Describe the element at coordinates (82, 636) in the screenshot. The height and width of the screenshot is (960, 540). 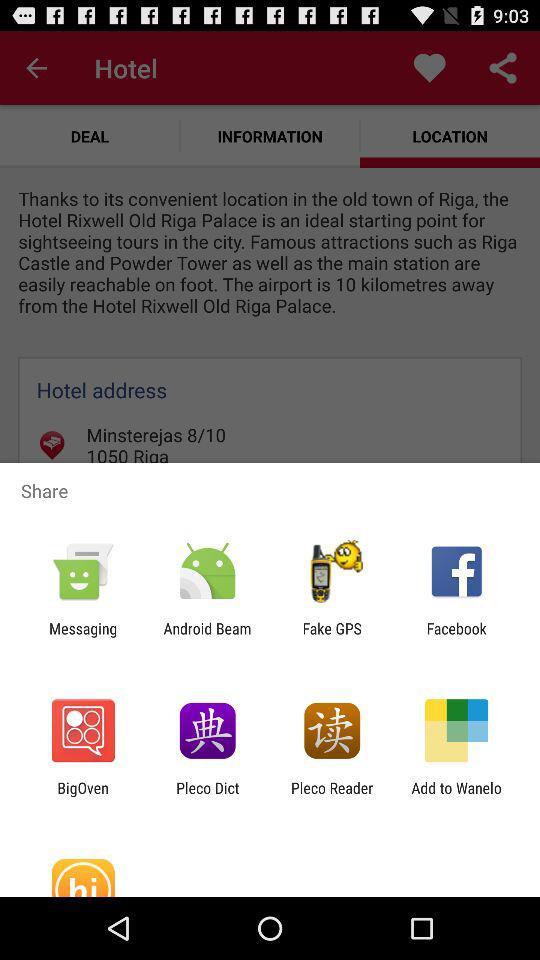
I see `the app to the left of the android beam app` at that location.